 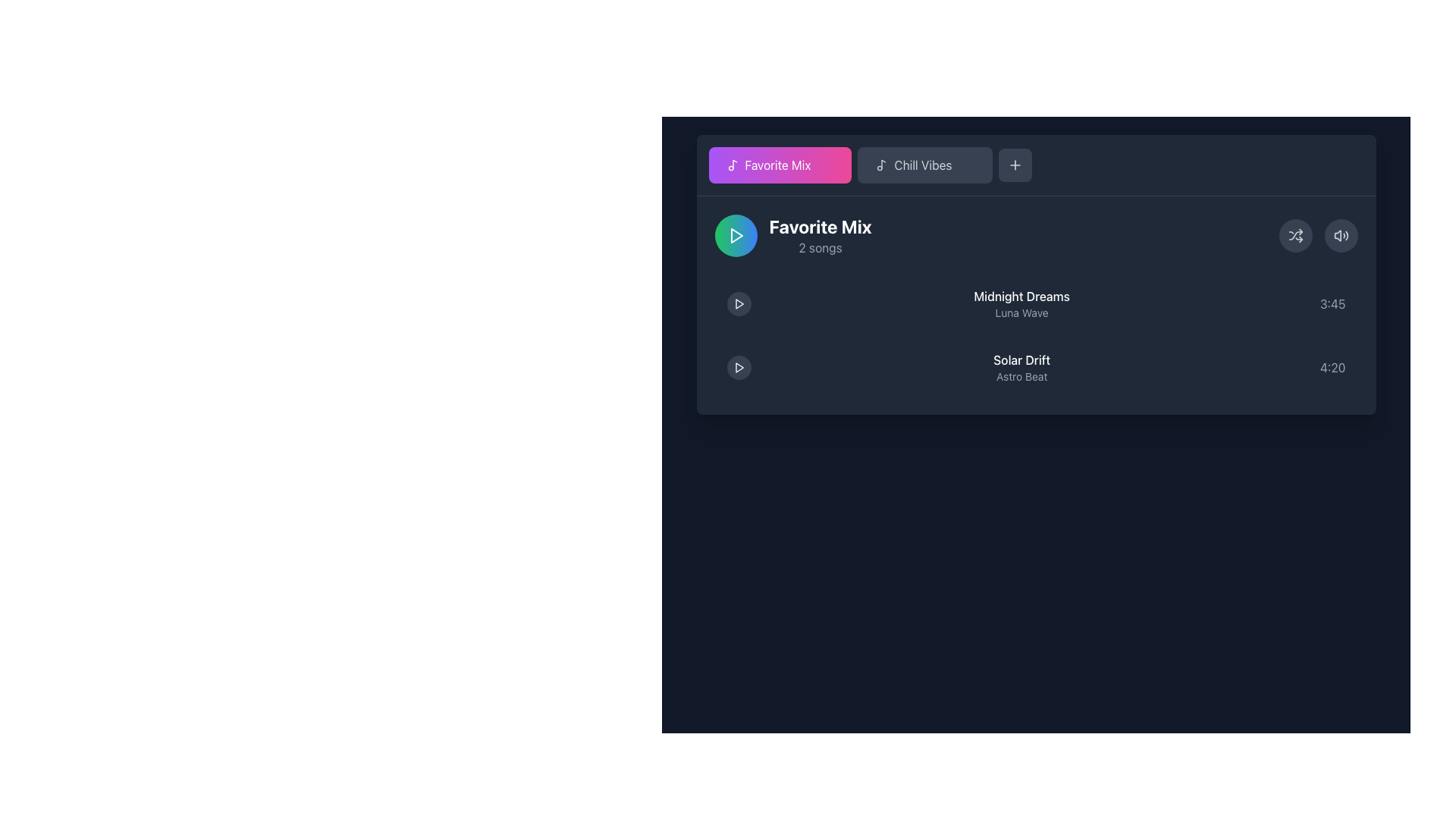 What do you see at coordinates (1021, 368) in the screenshot?
I see `the text display element that identifies and selects the second song in the 'Favorite Mix' playlist to highlight the song or prepare it for playing` at bounding box center [1021, 368].